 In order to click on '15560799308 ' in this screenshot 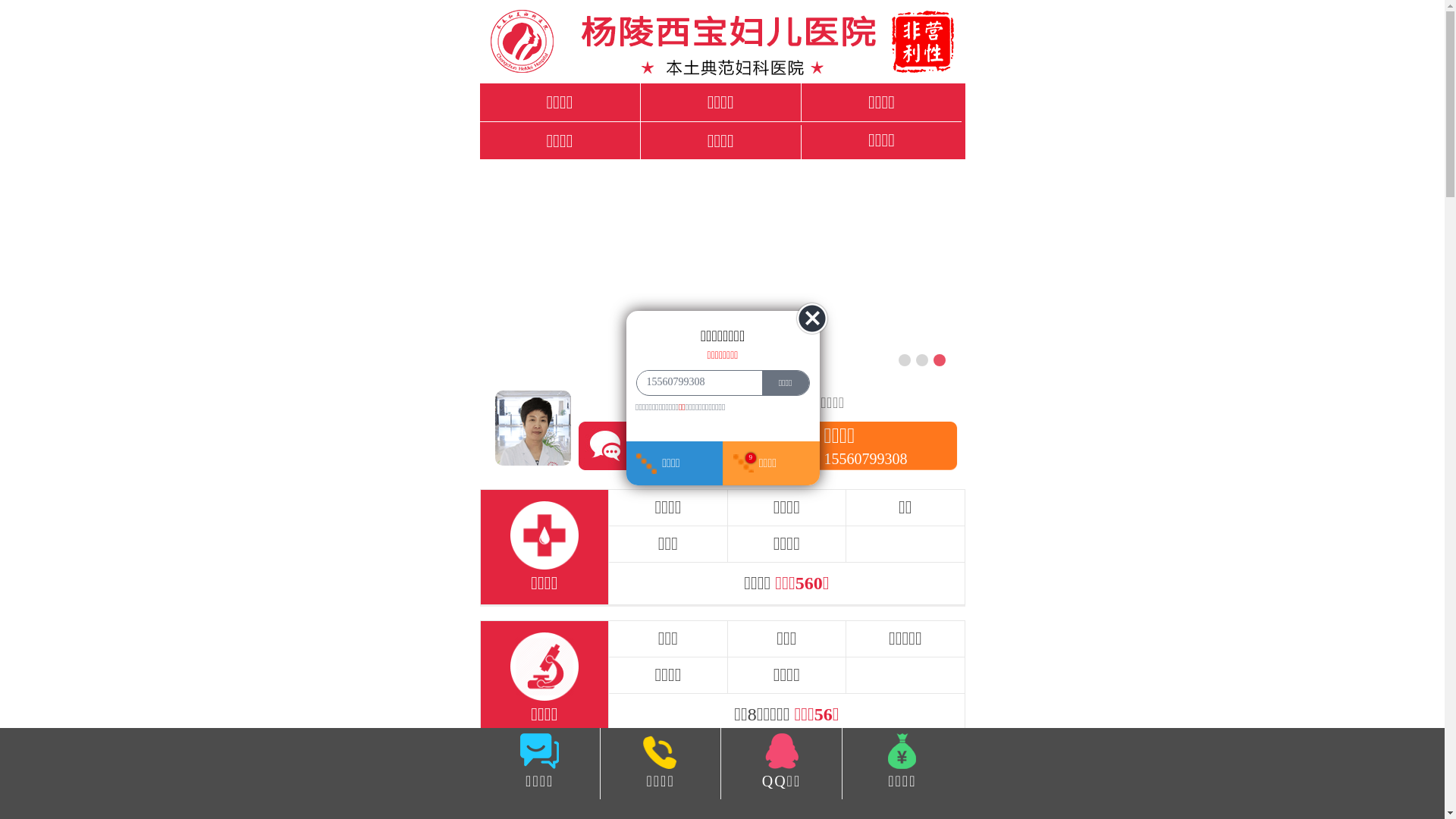, I will do `click(695, 381)`.